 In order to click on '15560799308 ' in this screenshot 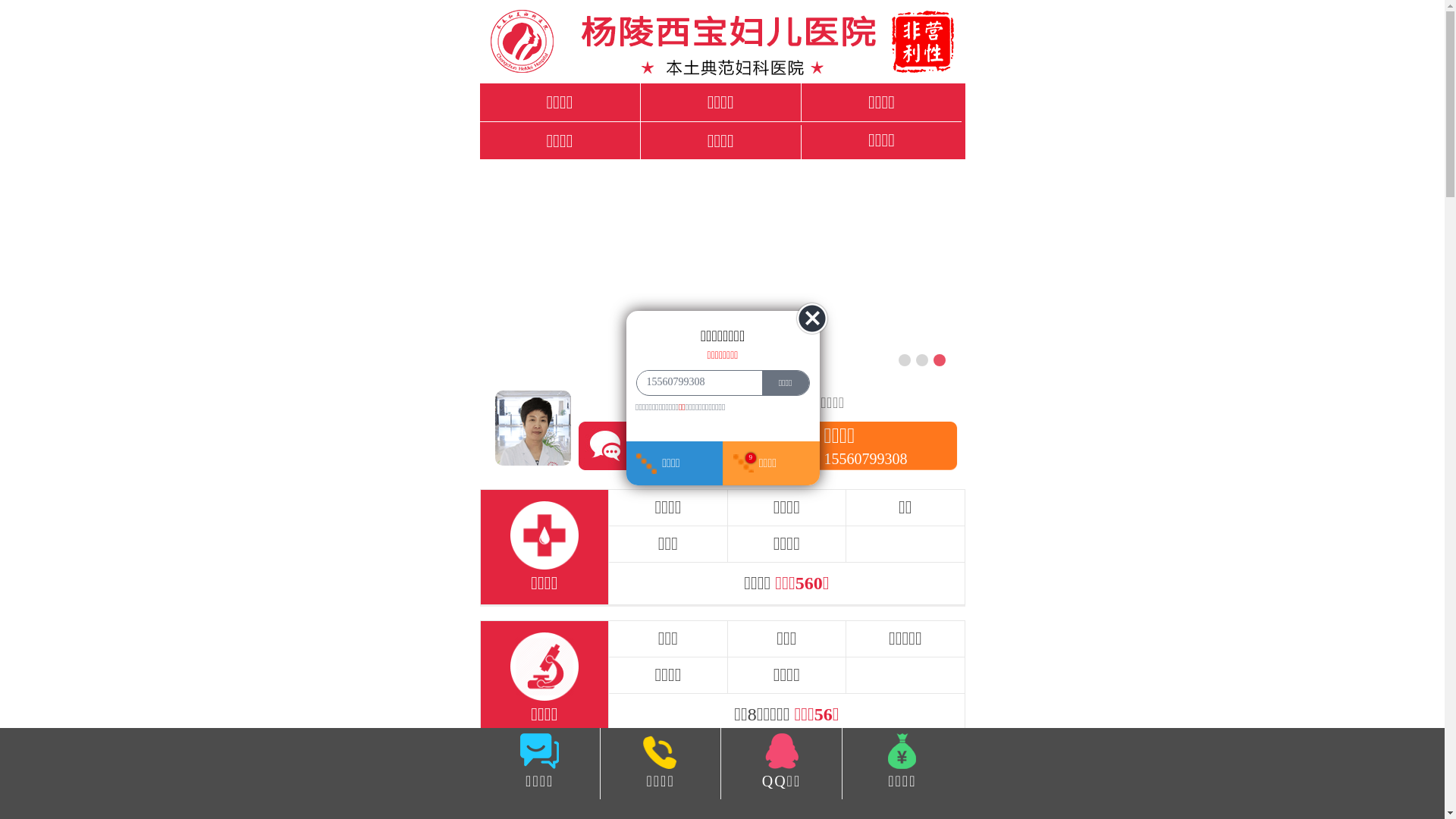, I will do `click(695, 381)`.